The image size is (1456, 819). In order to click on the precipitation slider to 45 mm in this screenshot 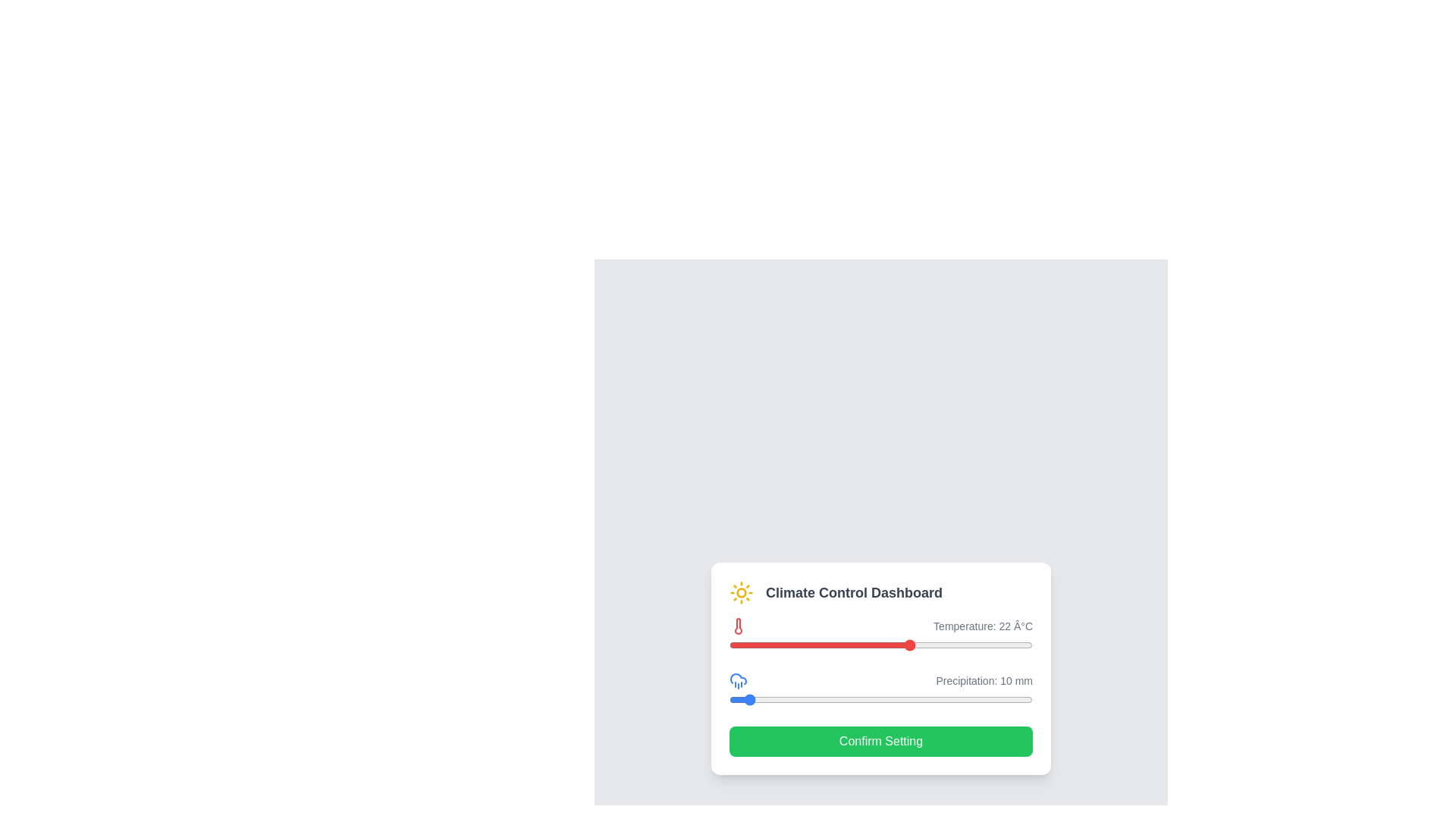, I will do `click(796, 699)`.